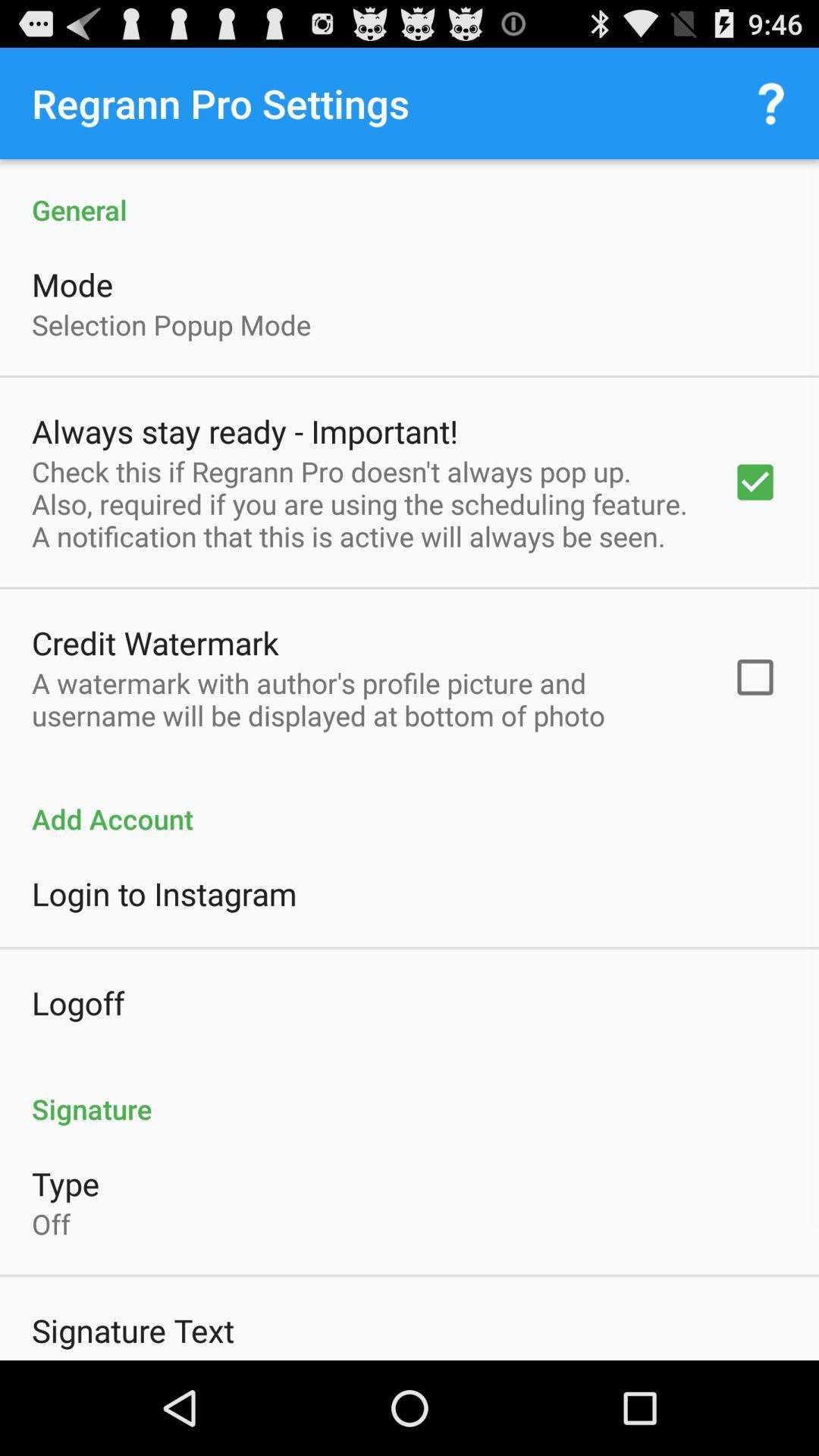 This screenshot has width=819, height=1456. What do you see at coordinates (64, 1182) in the screenshot?
I see `icon above the off icon` at bounding box center [64, 1182].